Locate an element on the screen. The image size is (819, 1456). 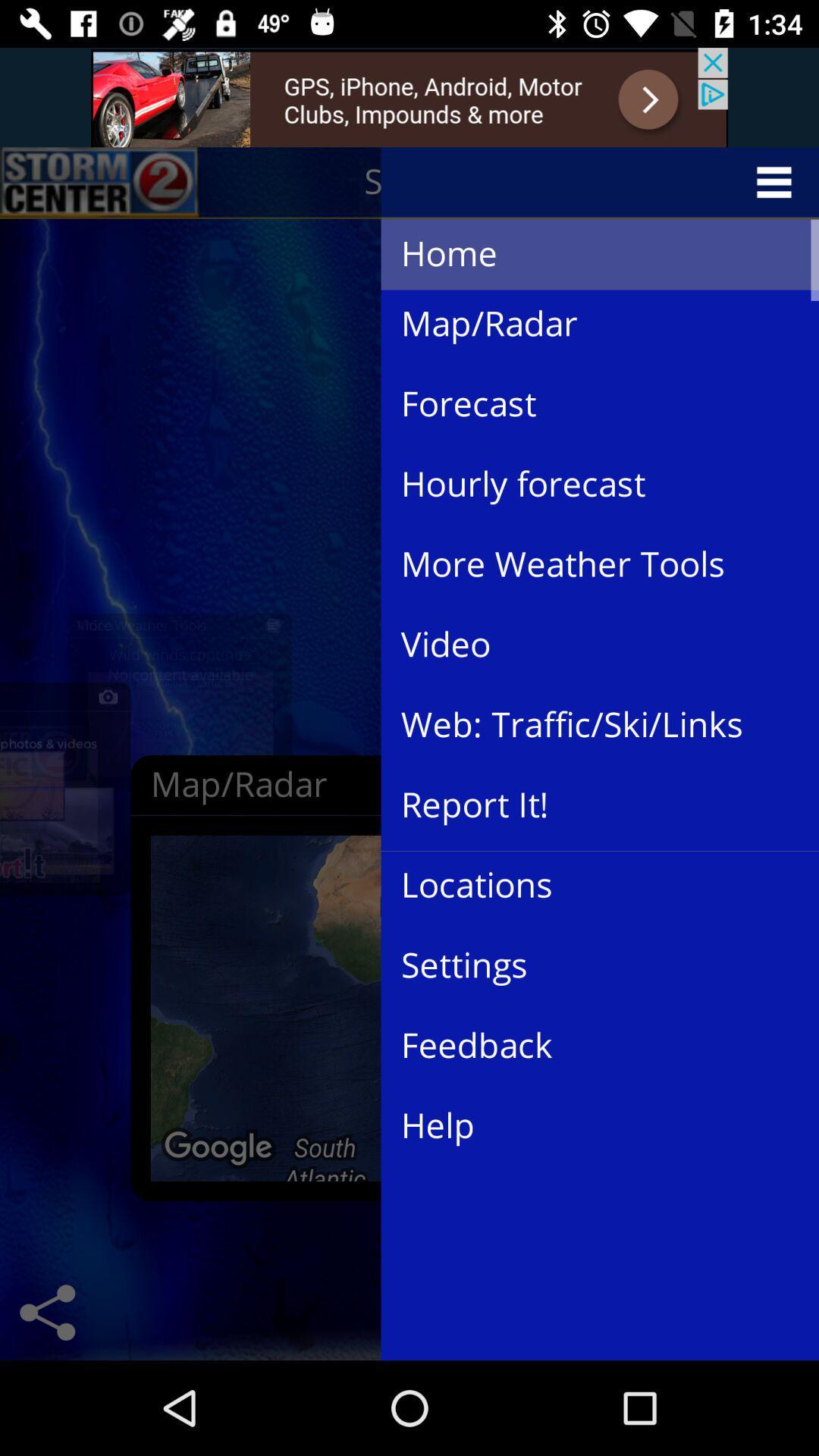
the share icon is located at coordinates (46, 1312).